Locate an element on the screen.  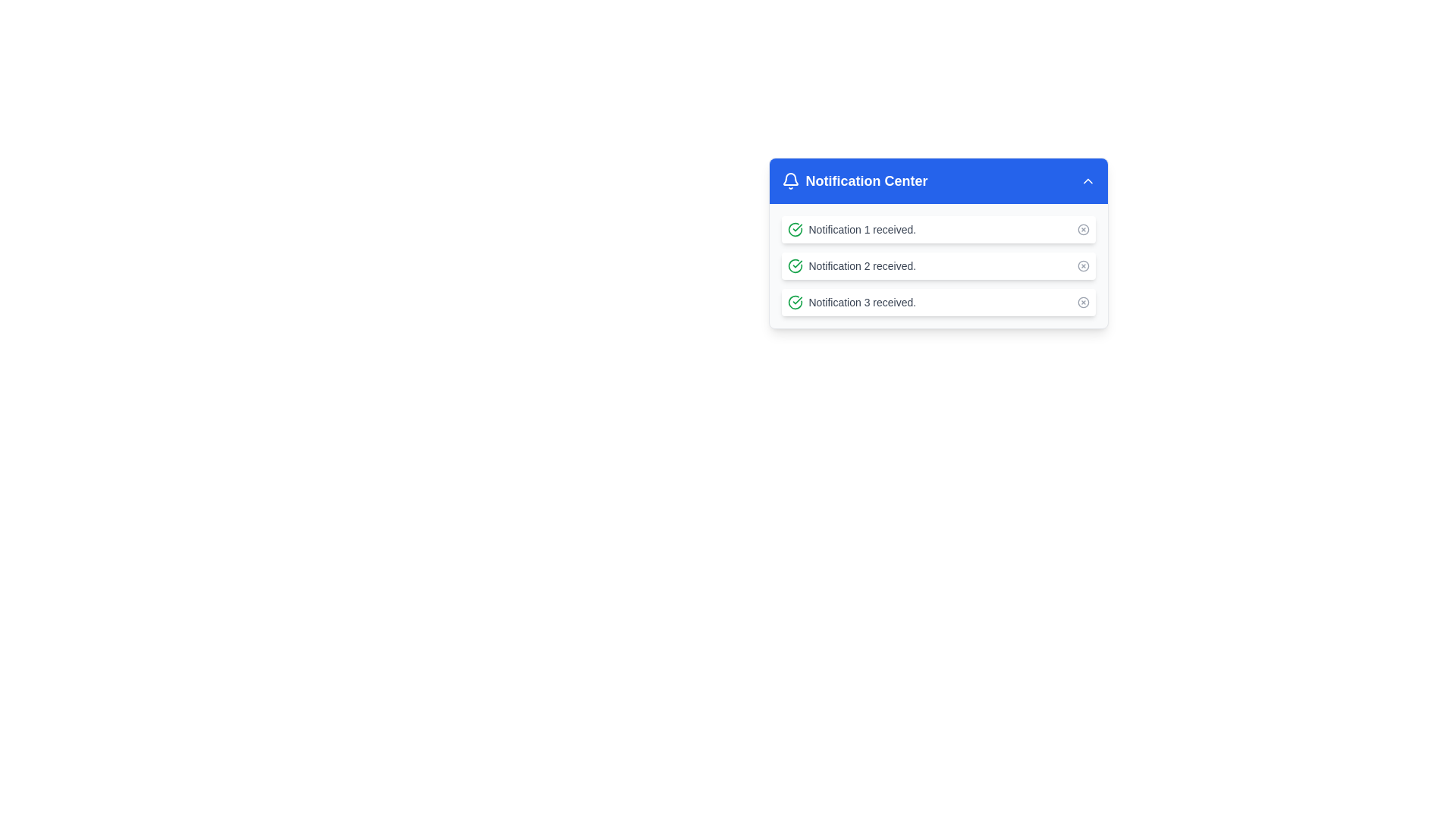
the notification icon resembling a bell, which is styled in white against a blue background, located at the far left side of the 'Notification Center' header is located at coordinates (789, 180).